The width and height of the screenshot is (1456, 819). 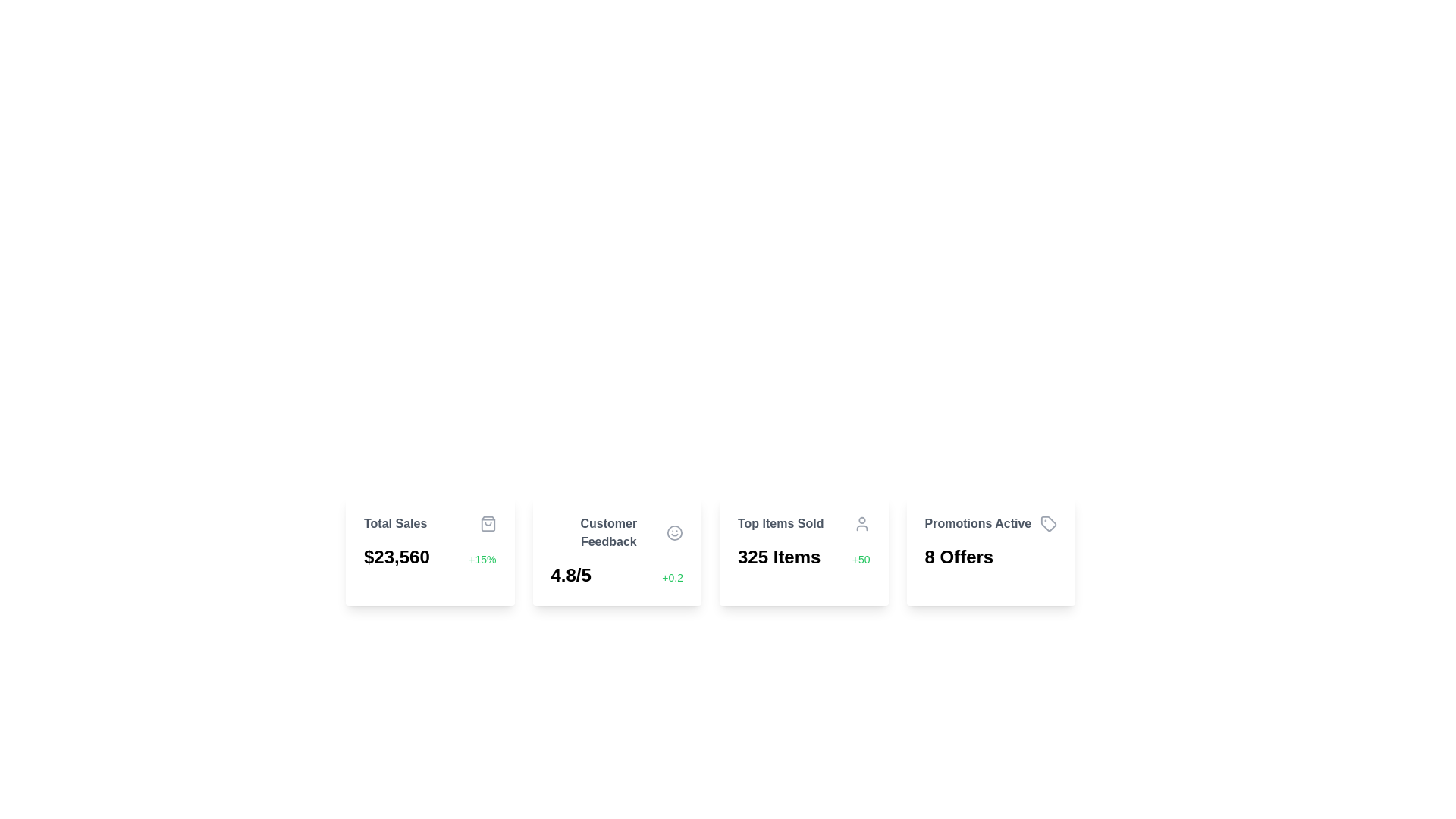 I want to click on the top-left sub-component of the shopping bag icon within the 'Total Sales' card, so click(x=488, y=522).